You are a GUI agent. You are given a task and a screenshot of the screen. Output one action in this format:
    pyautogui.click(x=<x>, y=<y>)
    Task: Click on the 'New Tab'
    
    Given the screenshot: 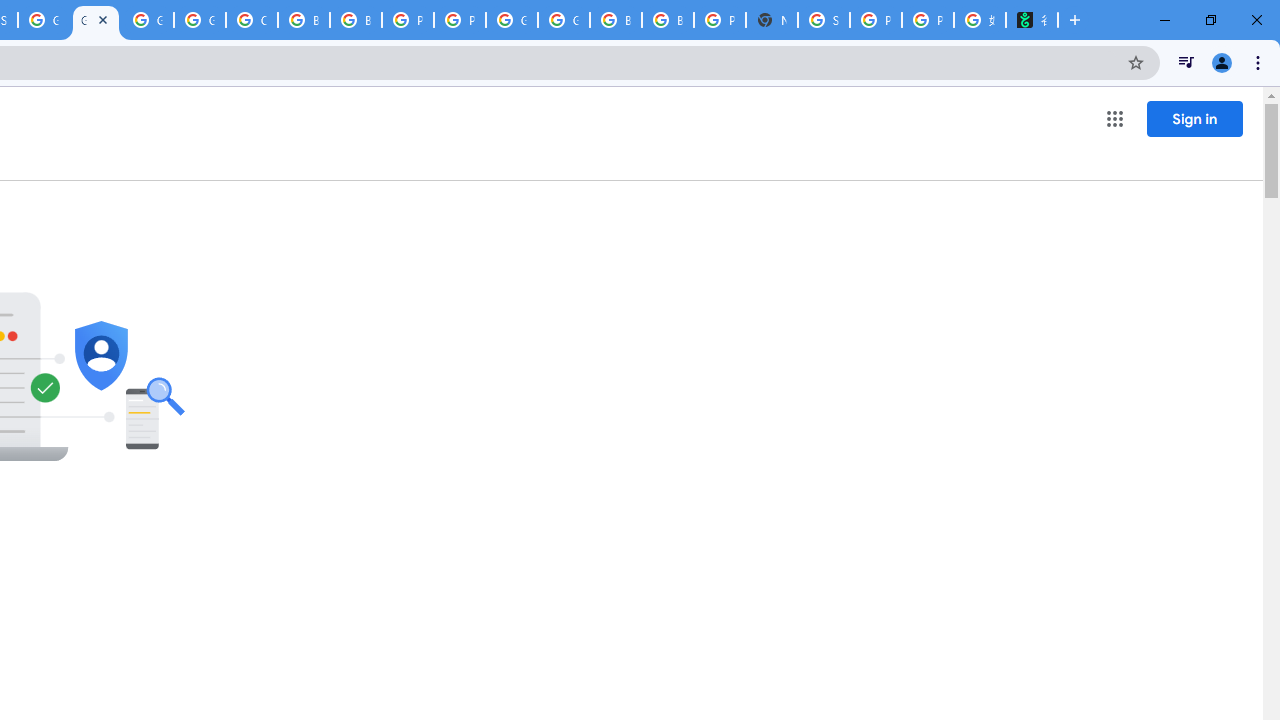 What is the action you would take?
    pyautogui.click(x=770, y=20)
    